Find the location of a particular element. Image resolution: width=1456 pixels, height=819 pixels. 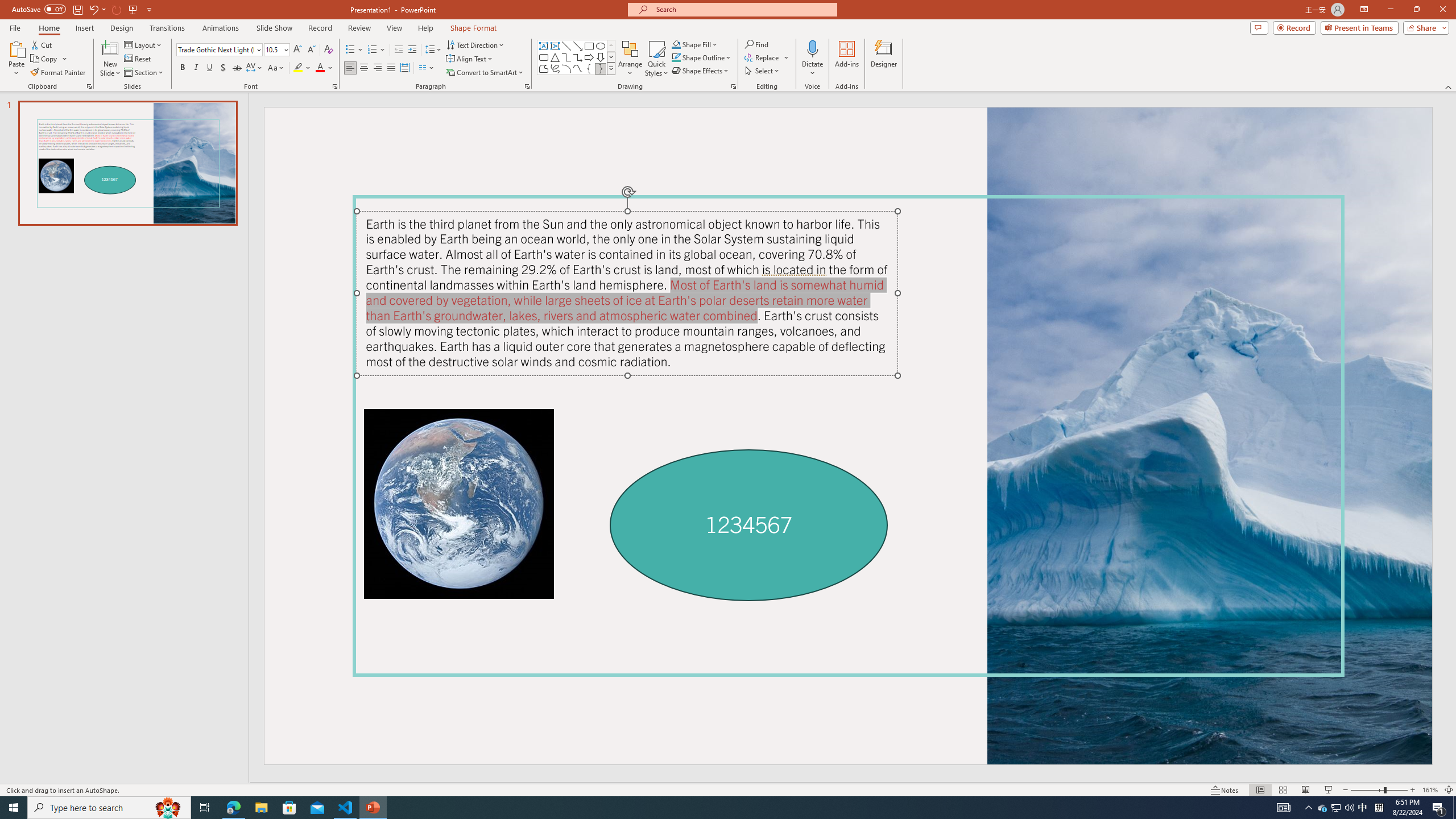

'Shape Outline Teal, Accent 1' is located at coordinates (676, 56).